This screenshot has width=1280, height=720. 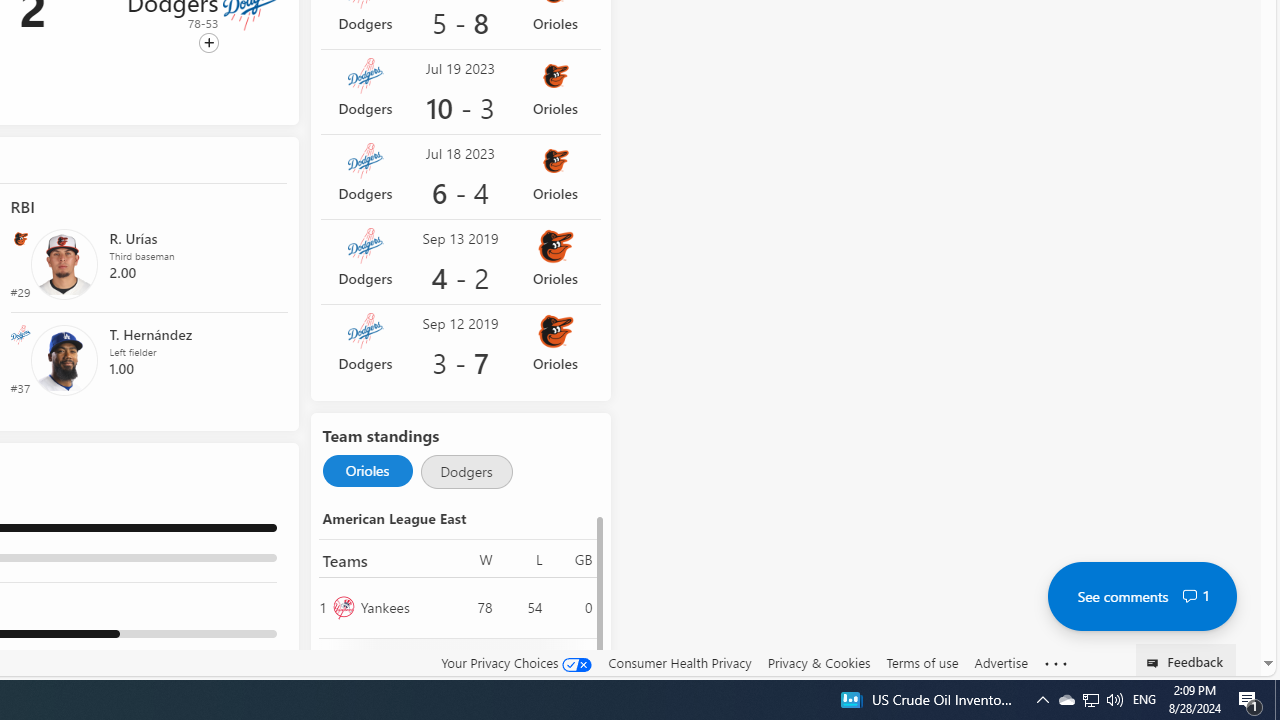 What do you see at coordinates (367, 470) in the screenshot?
I see `'Selected Orioles'` at bounding box center [367, 470].